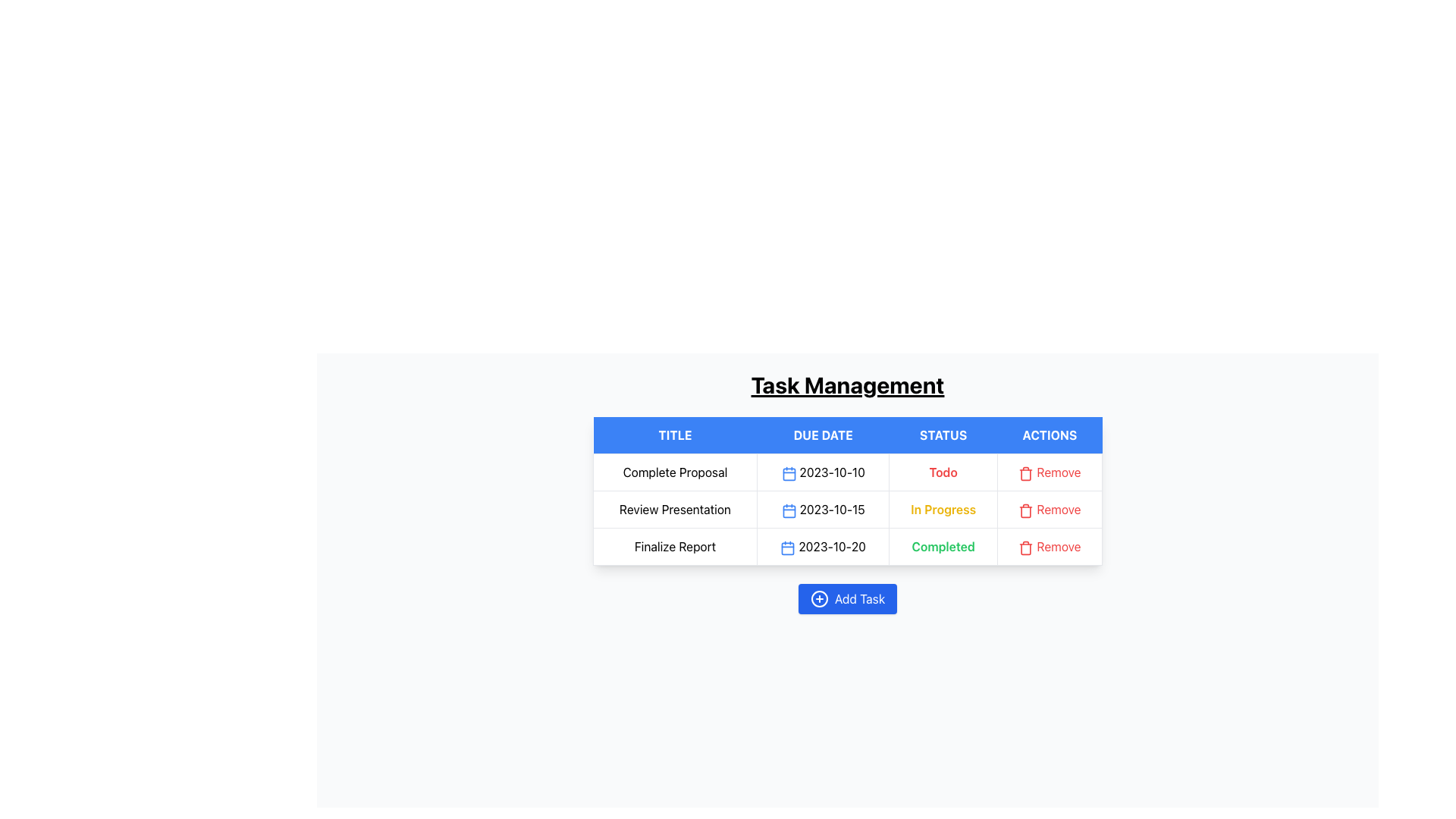 This screenshot has width=1456, height=819. What do you see at coordinates (789, 472) in the screenshot?
I see `the inline blue calendar icon located in the 'DUE DATE' column of the first row in the 'Task Management' table, adjacent to the date '2023-10-10' for potential interactions` at bounding box center [789, 472].